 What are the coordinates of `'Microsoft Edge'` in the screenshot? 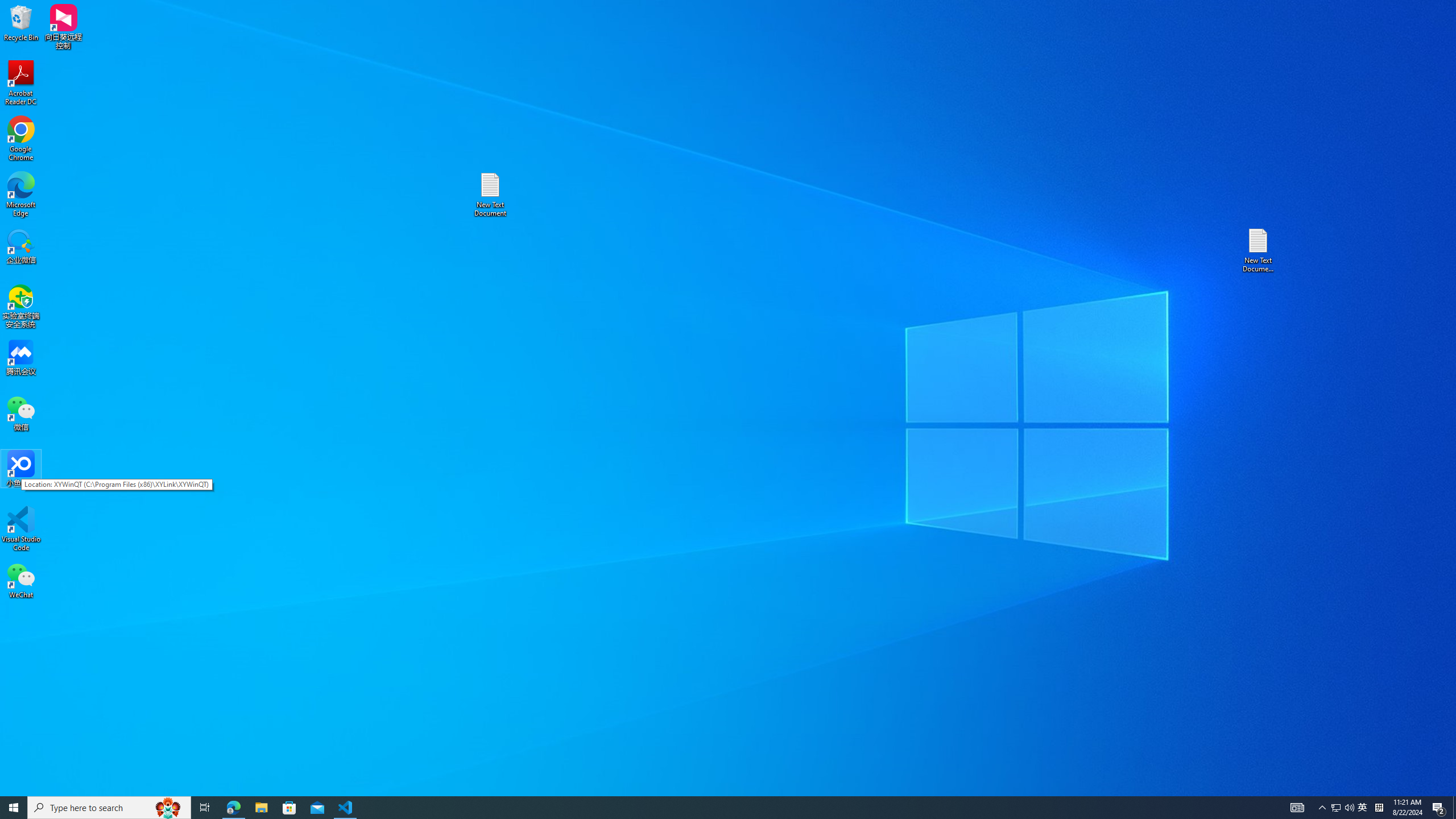 It's located at (20, 194).